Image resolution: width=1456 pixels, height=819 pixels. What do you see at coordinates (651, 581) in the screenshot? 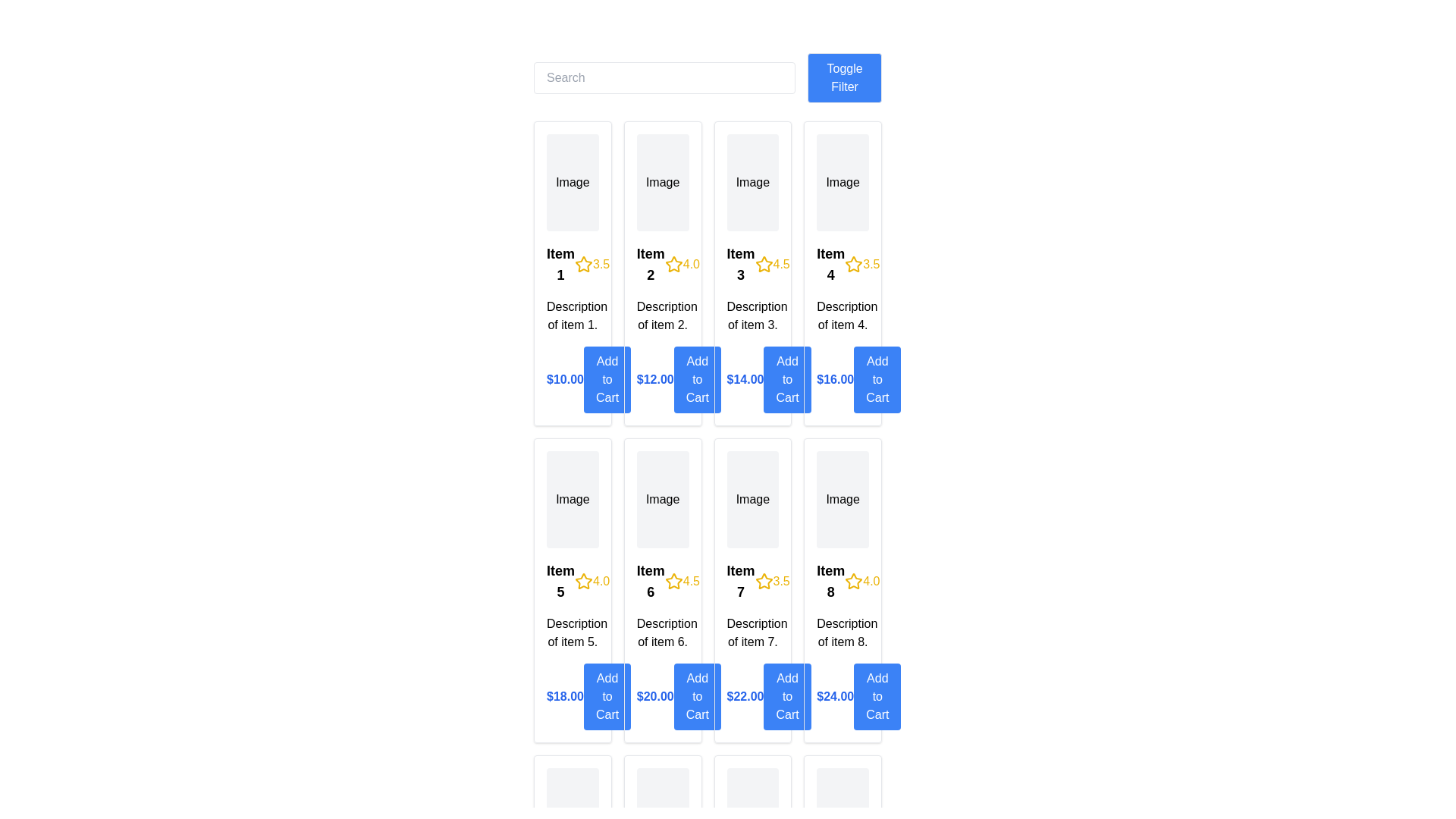
I see `the bold and large text label displaying 'Item 6', which is positioned to the left of the rating value '4.5' and an adjacent star icon` at bounding box center [651, 581].